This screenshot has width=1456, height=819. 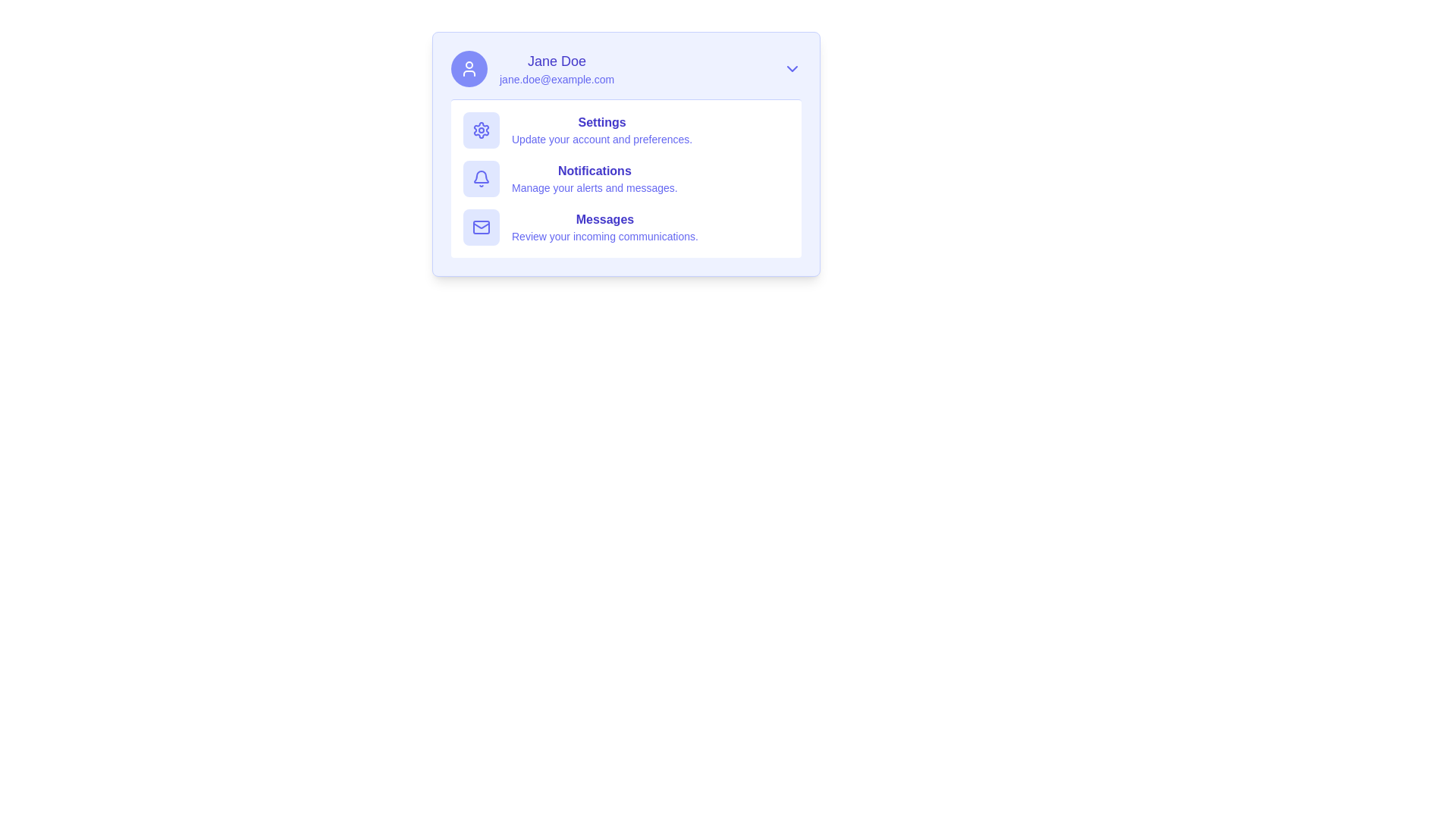 I want to click on the text label displaying 'Jane Doe' in a large bold indigo font, located at the top of the user profile card, so click(x=556, y=61).